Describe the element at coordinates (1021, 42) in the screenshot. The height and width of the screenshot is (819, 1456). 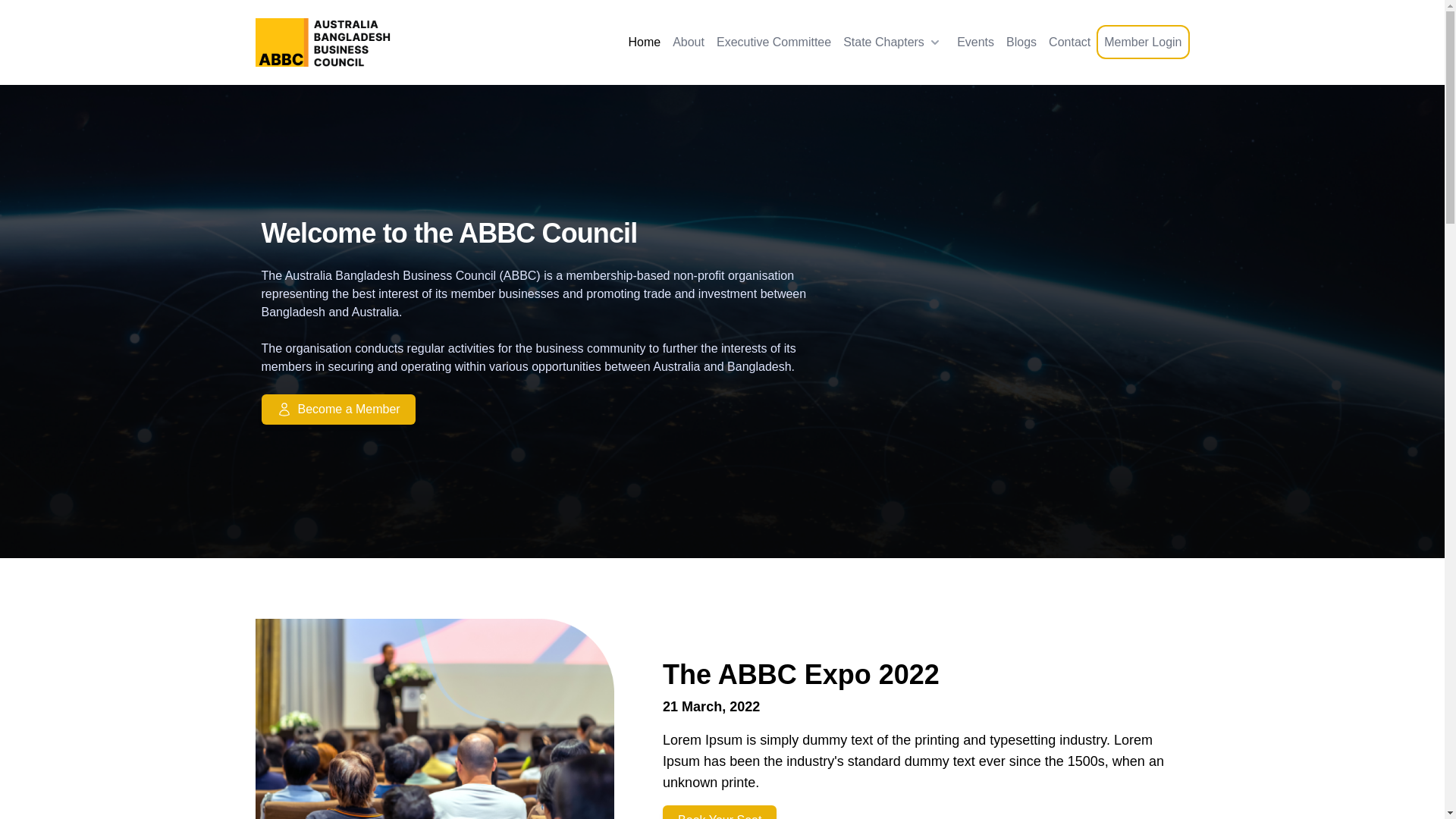
I see `'Blogs'` at that location.